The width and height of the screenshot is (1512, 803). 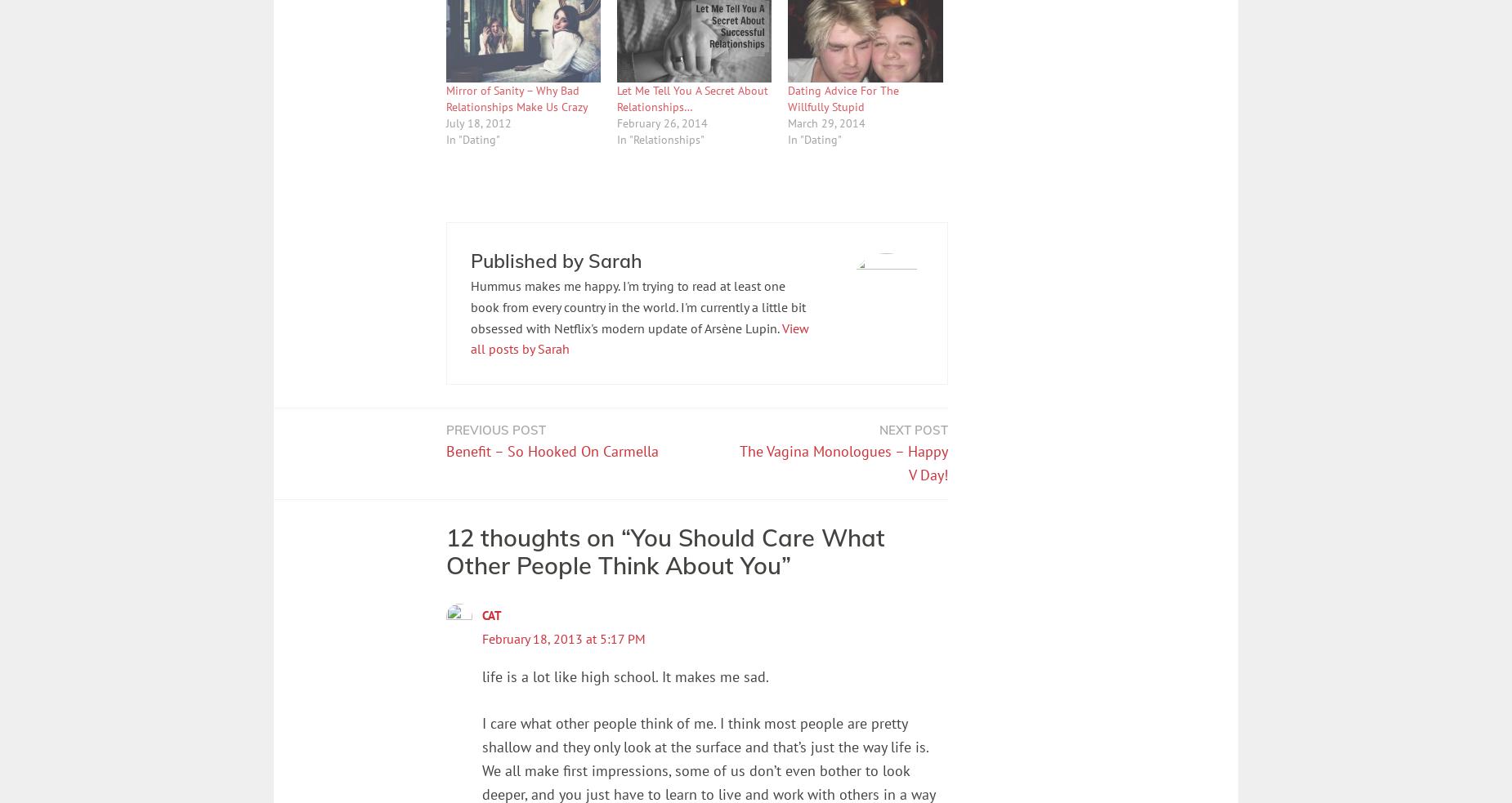 What do you see at coordinates (481, 636) in the screenshot?
I see `'February 18, 2013 at 5:17 PM'` at bounding box center [481, 636].